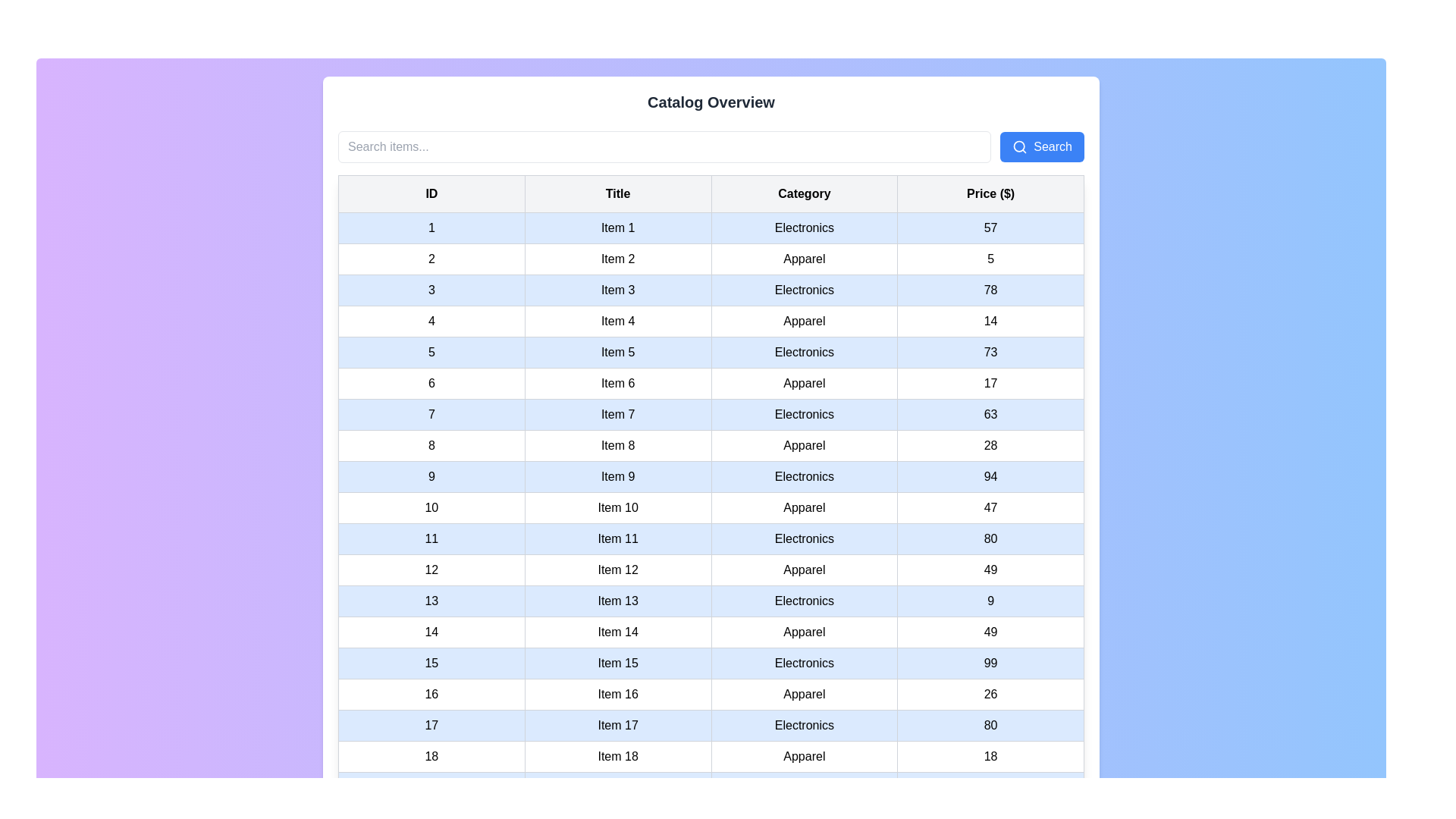  Describe the element at coordinates (710, 259) in the screenshot. I see `the second row of the table` at that location.